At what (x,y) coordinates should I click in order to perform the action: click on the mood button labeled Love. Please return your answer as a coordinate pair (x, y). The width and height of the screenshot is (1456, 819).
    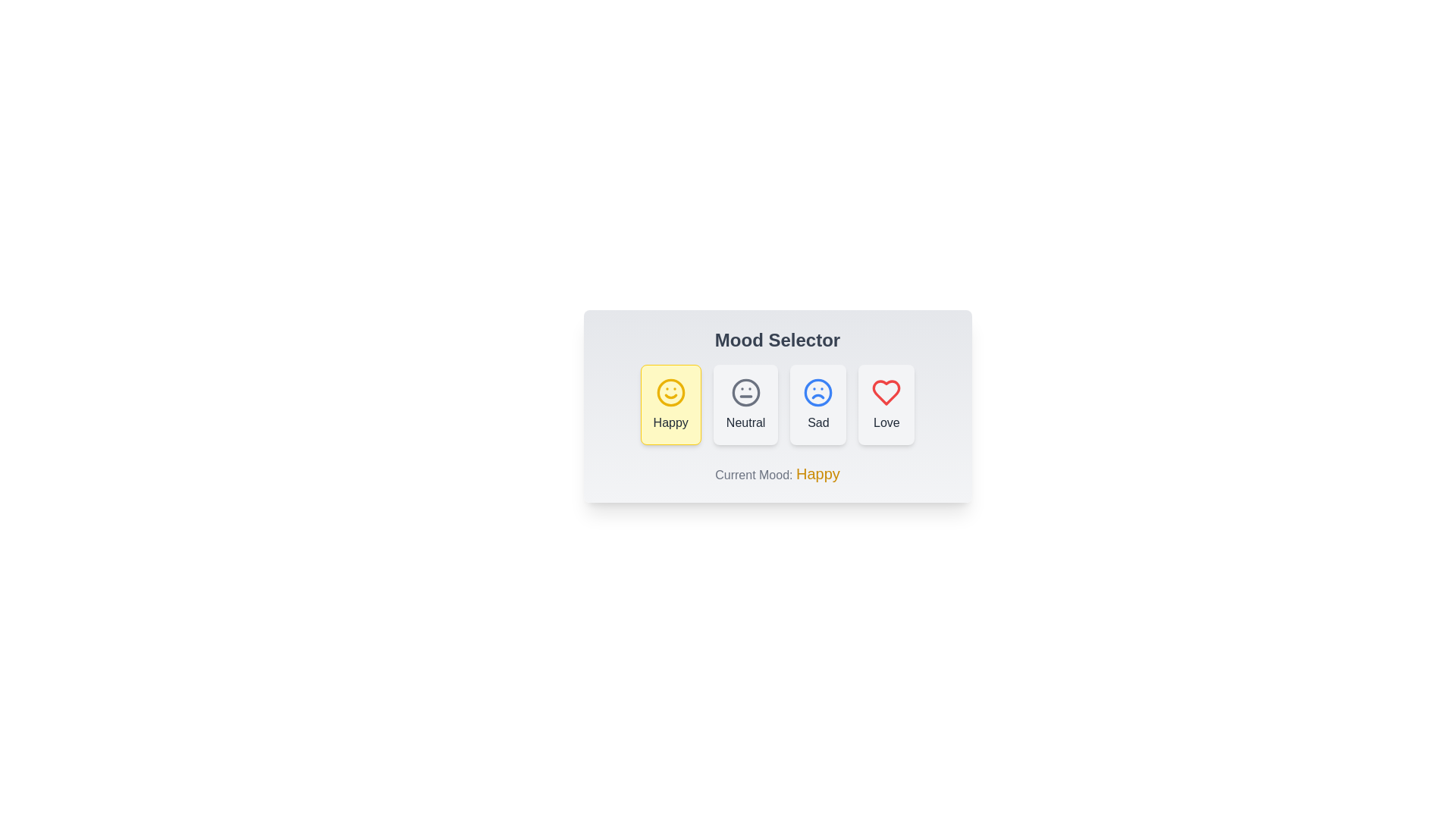
    Looking at the image, I should click on (886, 403).